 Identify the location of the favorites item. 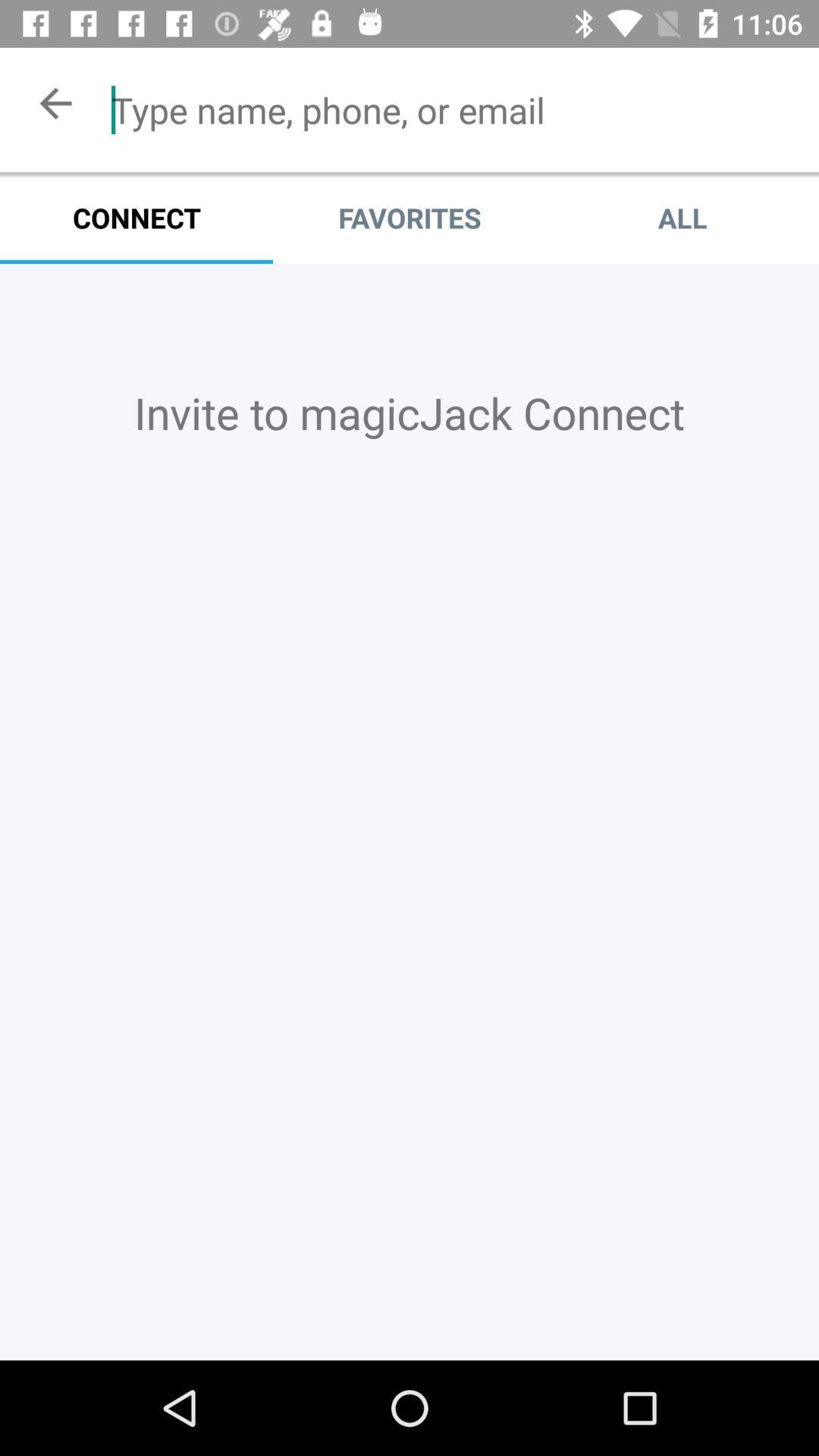
(409, 217).